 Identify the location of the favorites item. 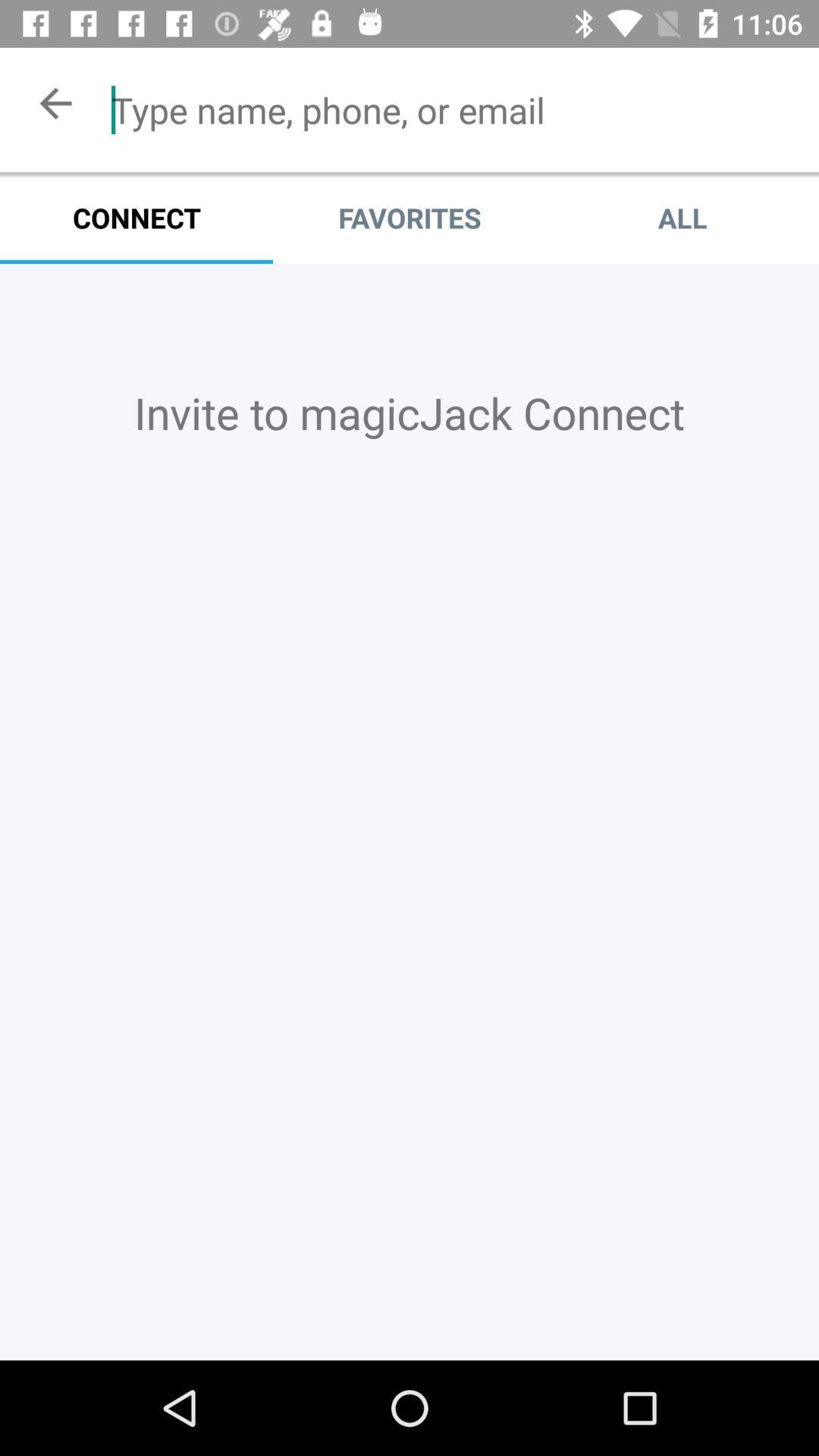
(409, 217).